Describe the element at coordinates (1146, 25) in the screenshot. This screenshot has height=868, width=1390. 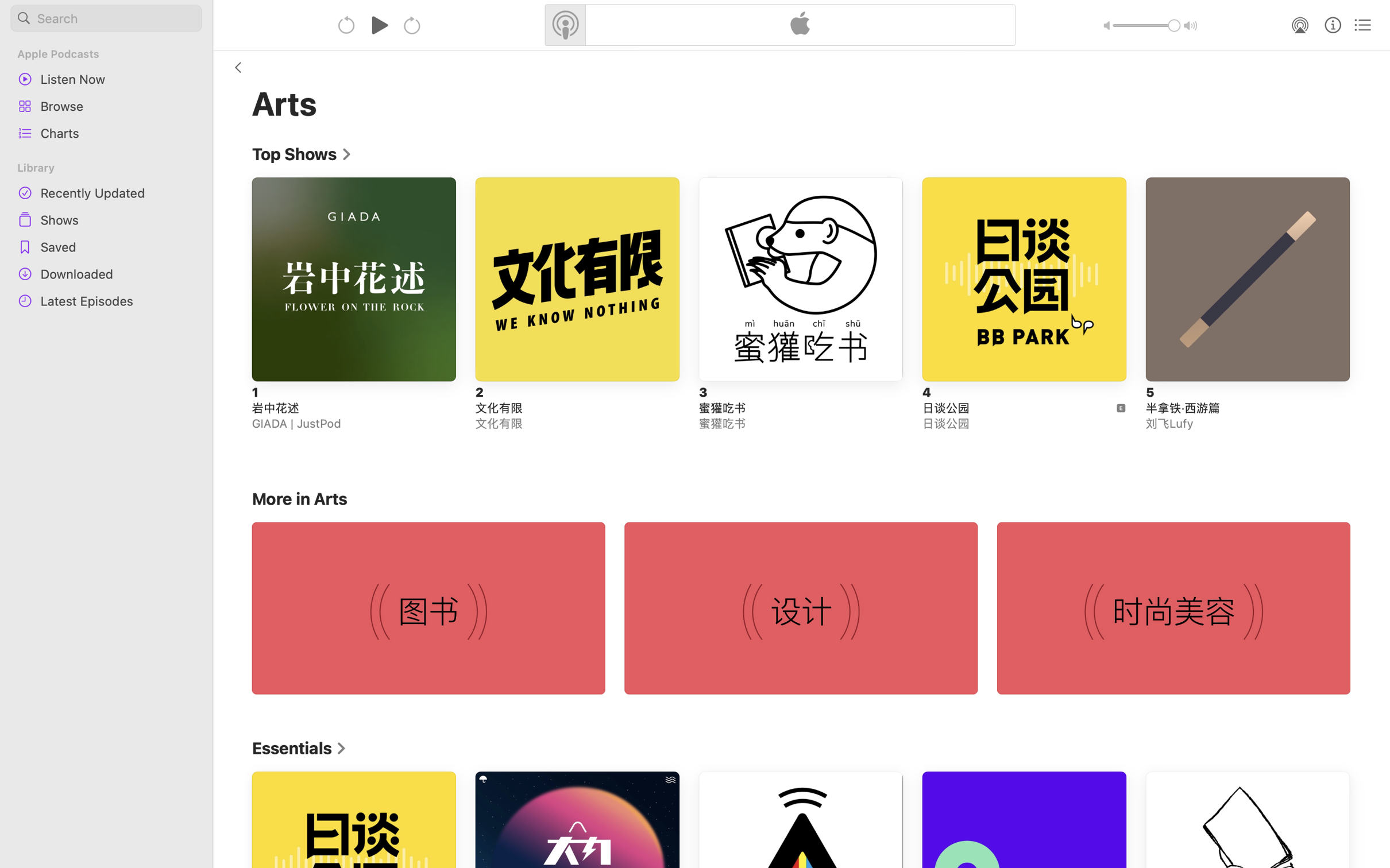
I see `'1.0'` at that location.